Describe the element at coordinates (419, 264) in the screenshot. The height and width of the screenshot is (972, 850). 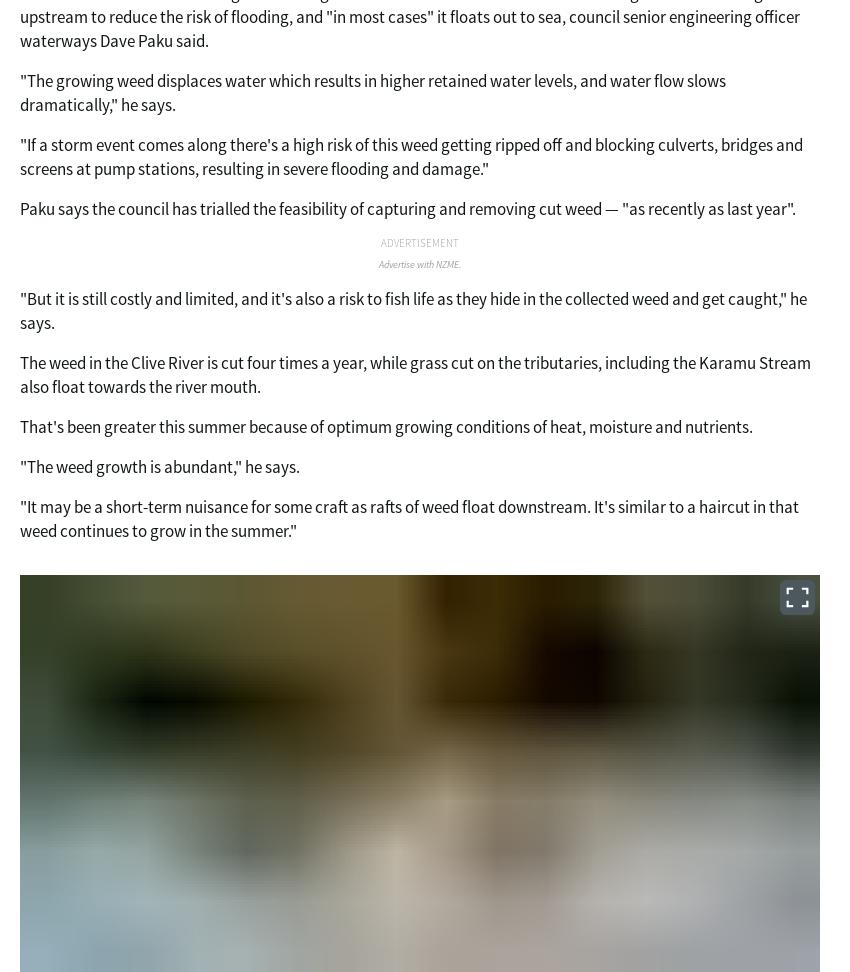
I see `'Advertise with NZME.'` at that location.